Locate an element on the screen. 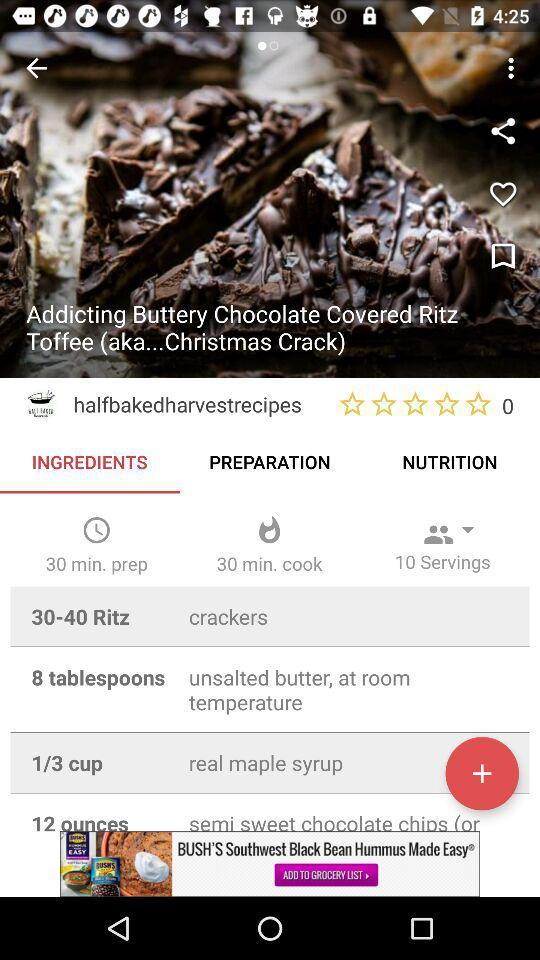 The height and width of the screenshot is (960, 540). the fourth star below the image is located at coordinates (447, 403).